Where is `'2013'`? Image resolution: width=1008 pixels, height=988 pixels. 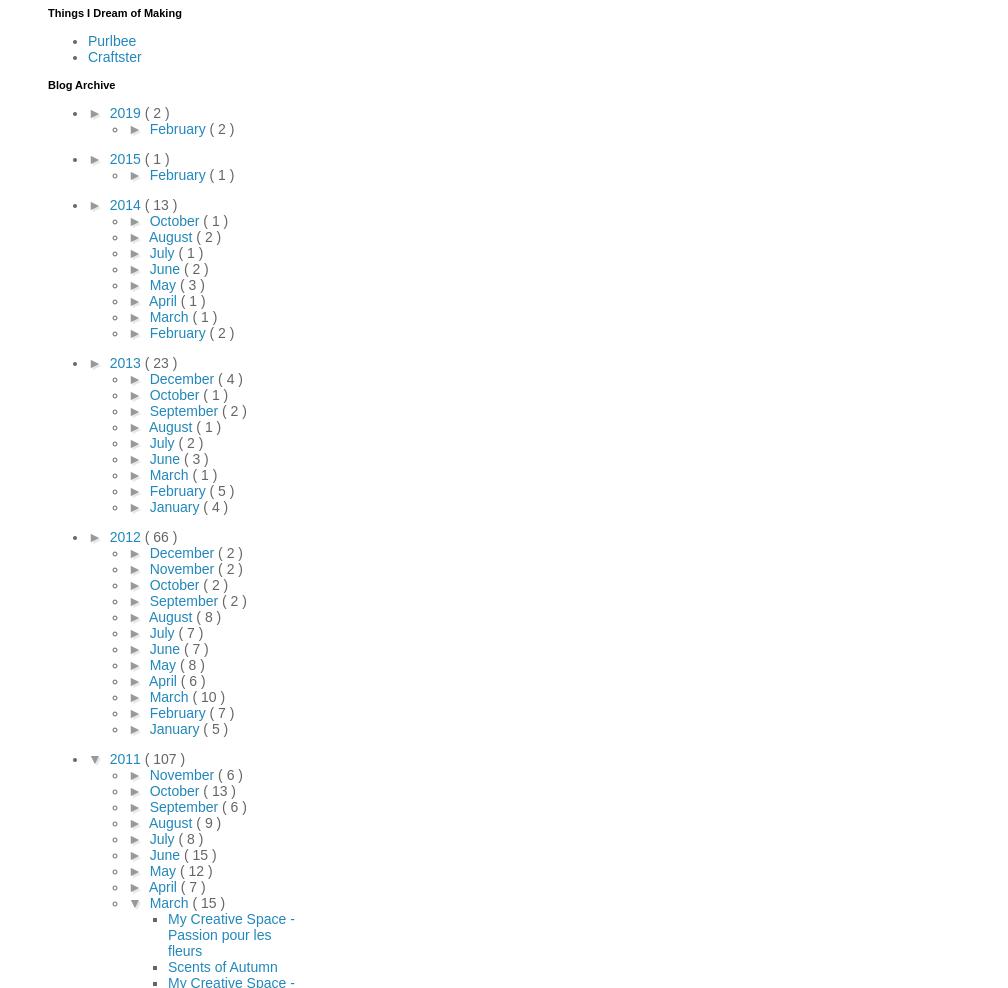
'2013' is located at coordinates (126, 362).